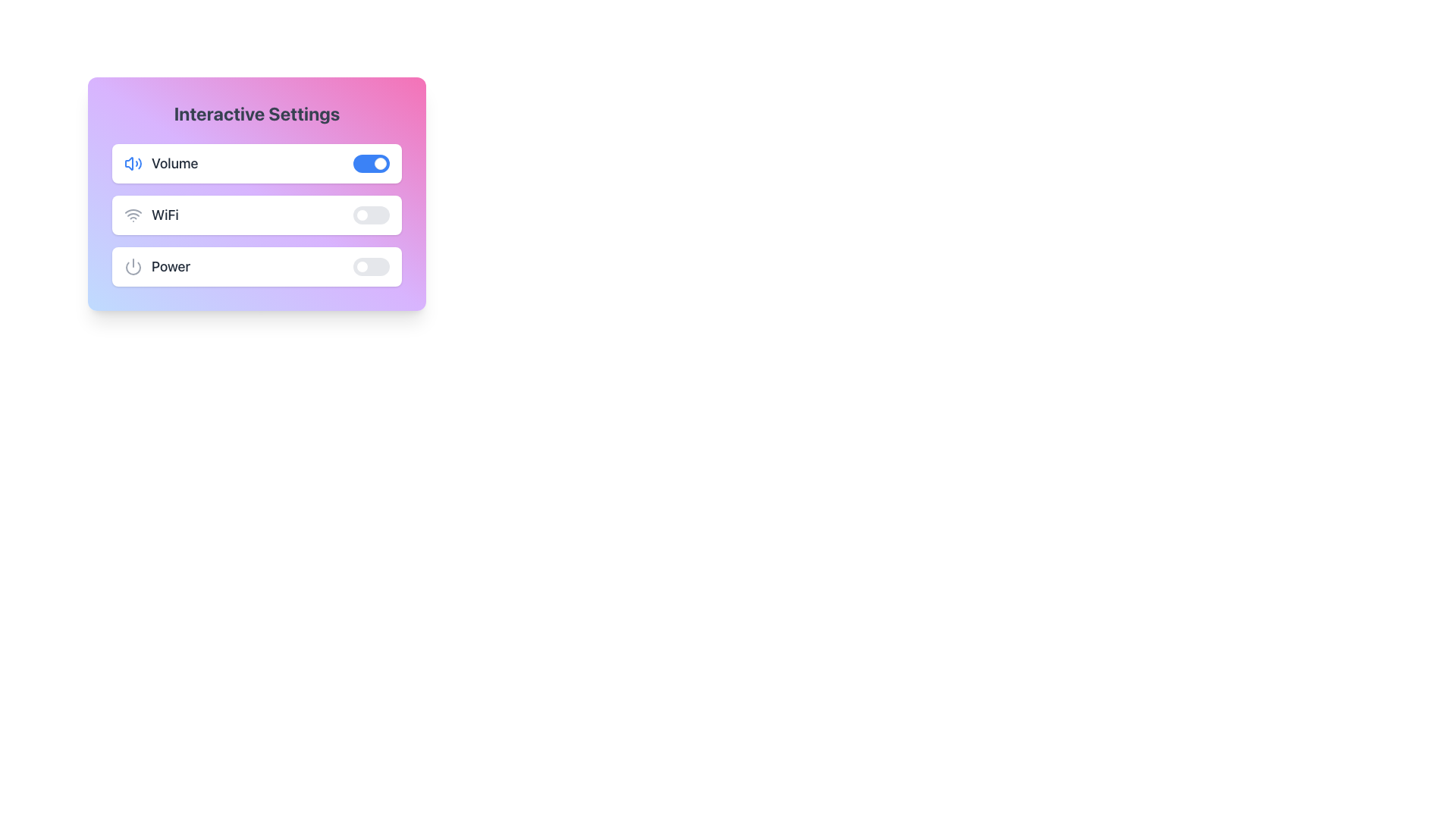 The height and width of the screenshot is (819, 1456). What do you see at coordinates (257, 215) in the screenshot?
I see `the Settings Option Panel labeled 'WiFi' with a toggle switch` at bounding box center [257, 215].